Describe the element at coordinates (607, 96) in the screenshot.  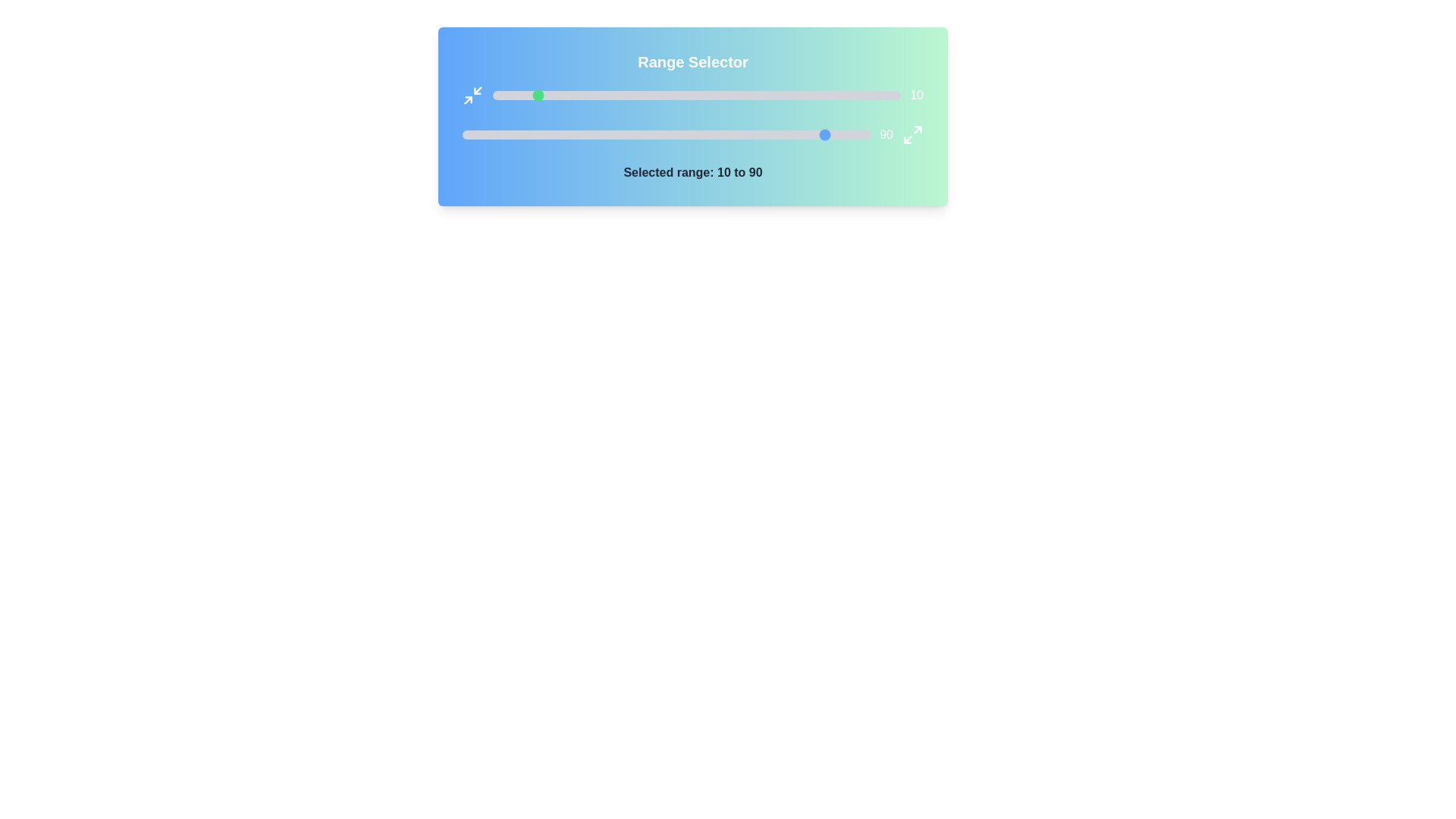
I see `the slider value` at that location.